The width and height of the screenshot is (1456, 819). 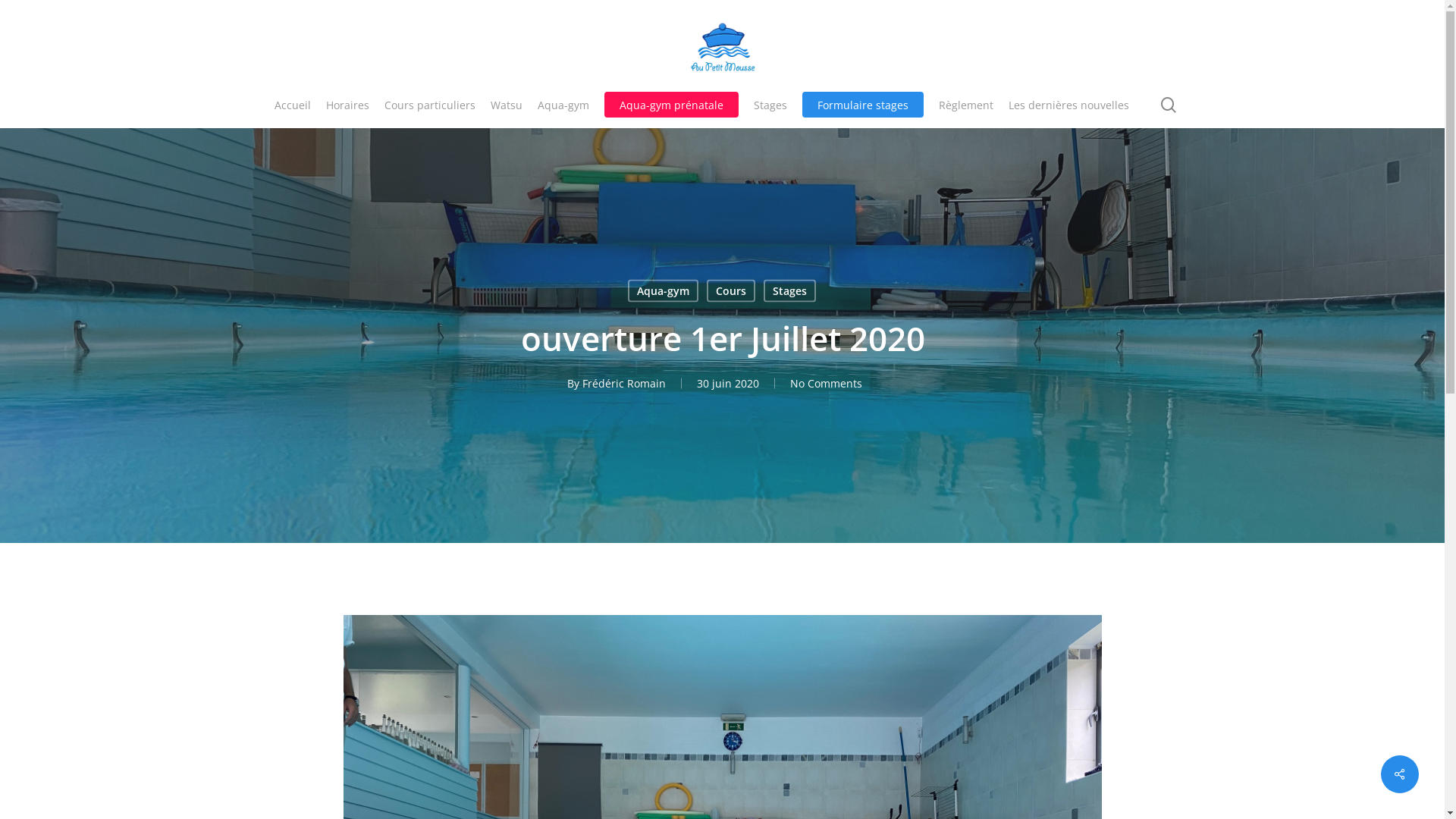 What do you see at coordinates (628, 290) in the screenshot?
I see `'Aqua-gym'` at bounding box center [628, 290].